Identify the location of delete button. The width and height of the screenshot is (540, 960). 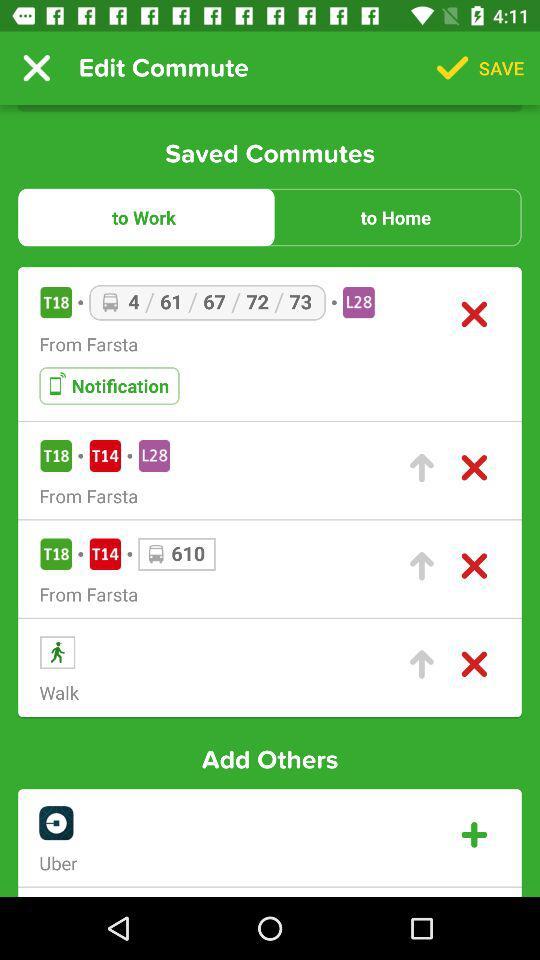
(473, 566).